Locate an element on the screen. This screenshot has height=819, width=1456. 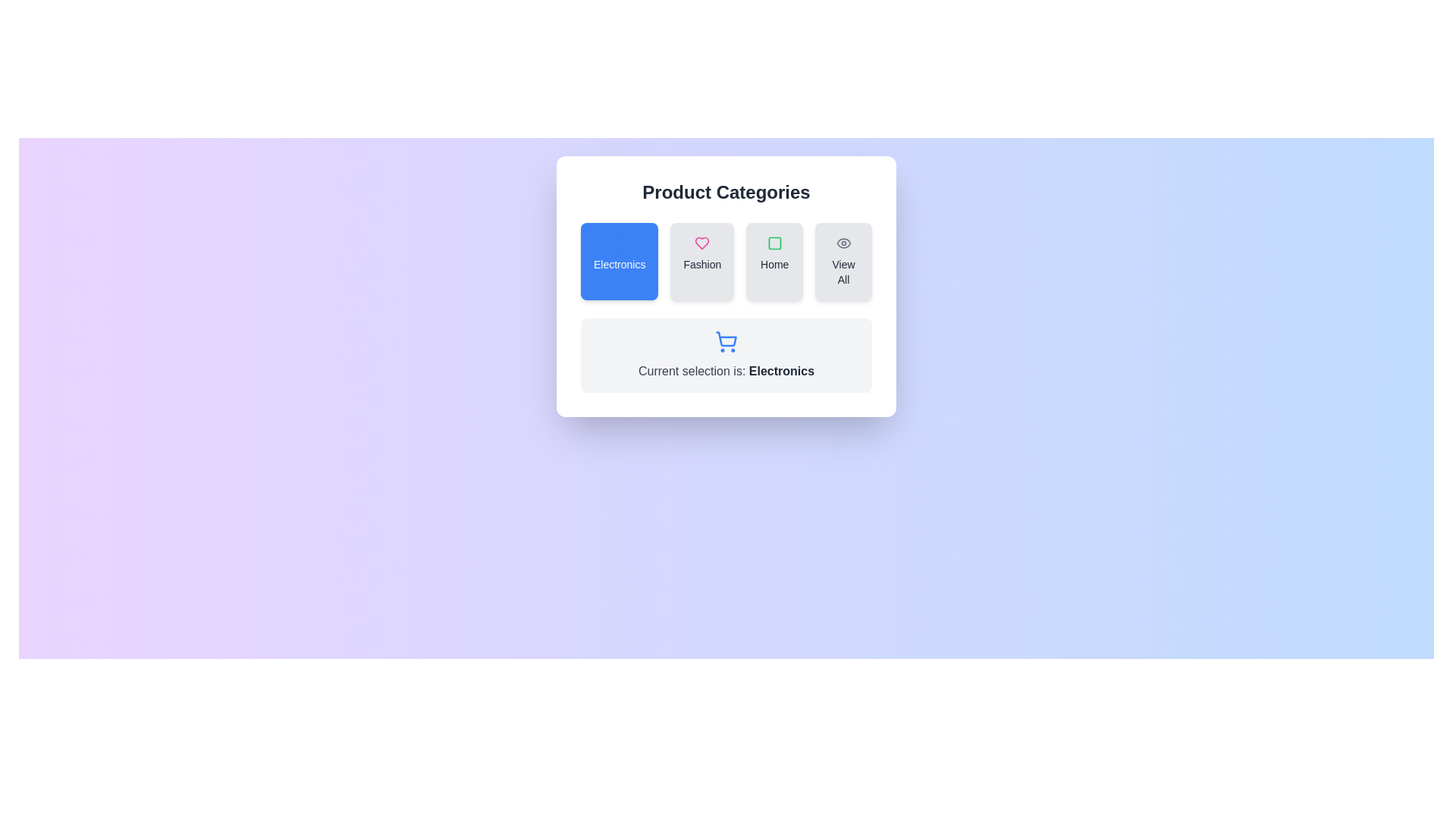
text of the label displaying 'Electronics', which is part of the sentence 'Current selection is: Electronics' is located at coordinates (781, 371).